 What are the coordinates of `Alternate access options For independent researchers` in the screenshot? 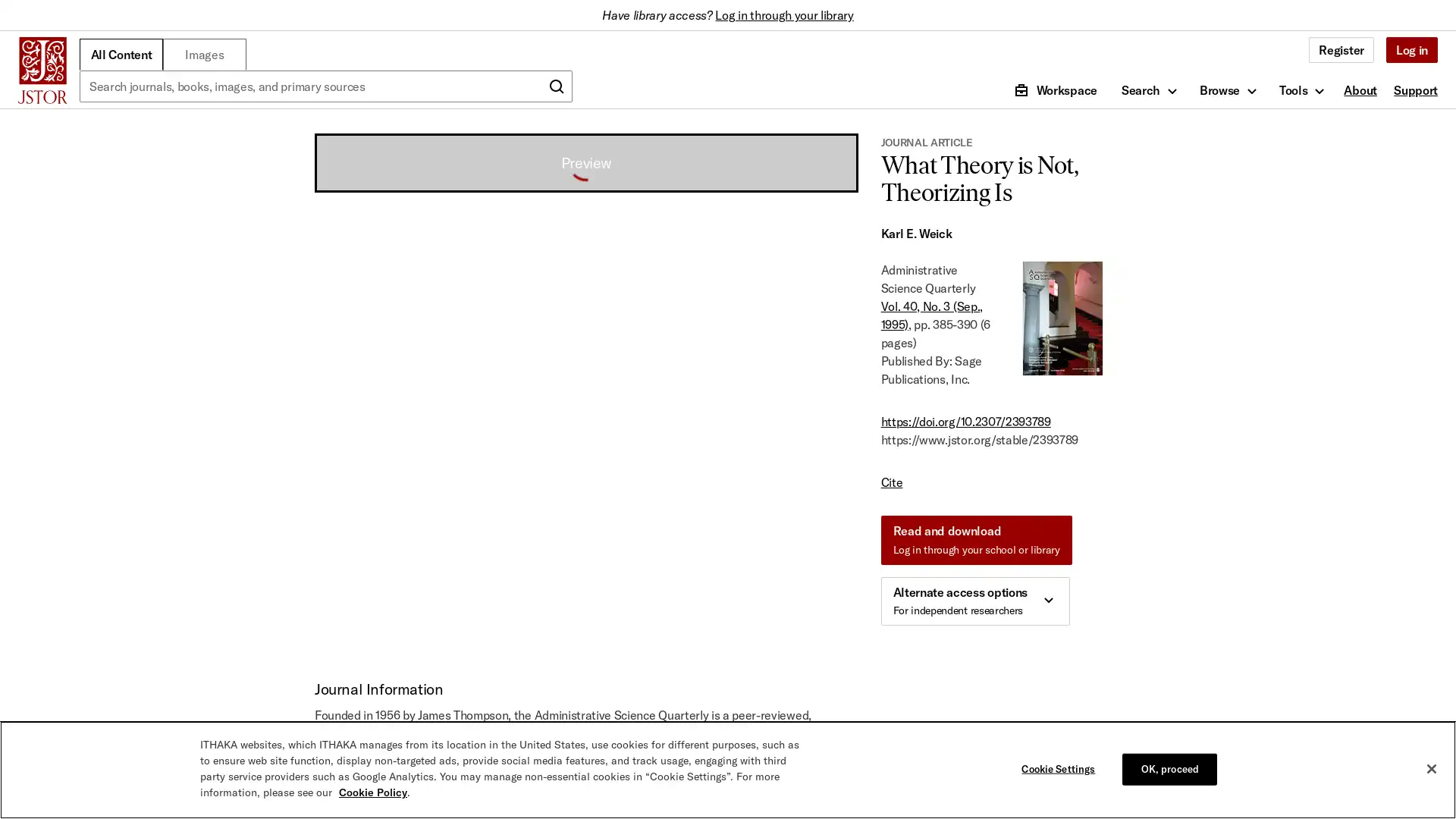 It's located at (974, 601).